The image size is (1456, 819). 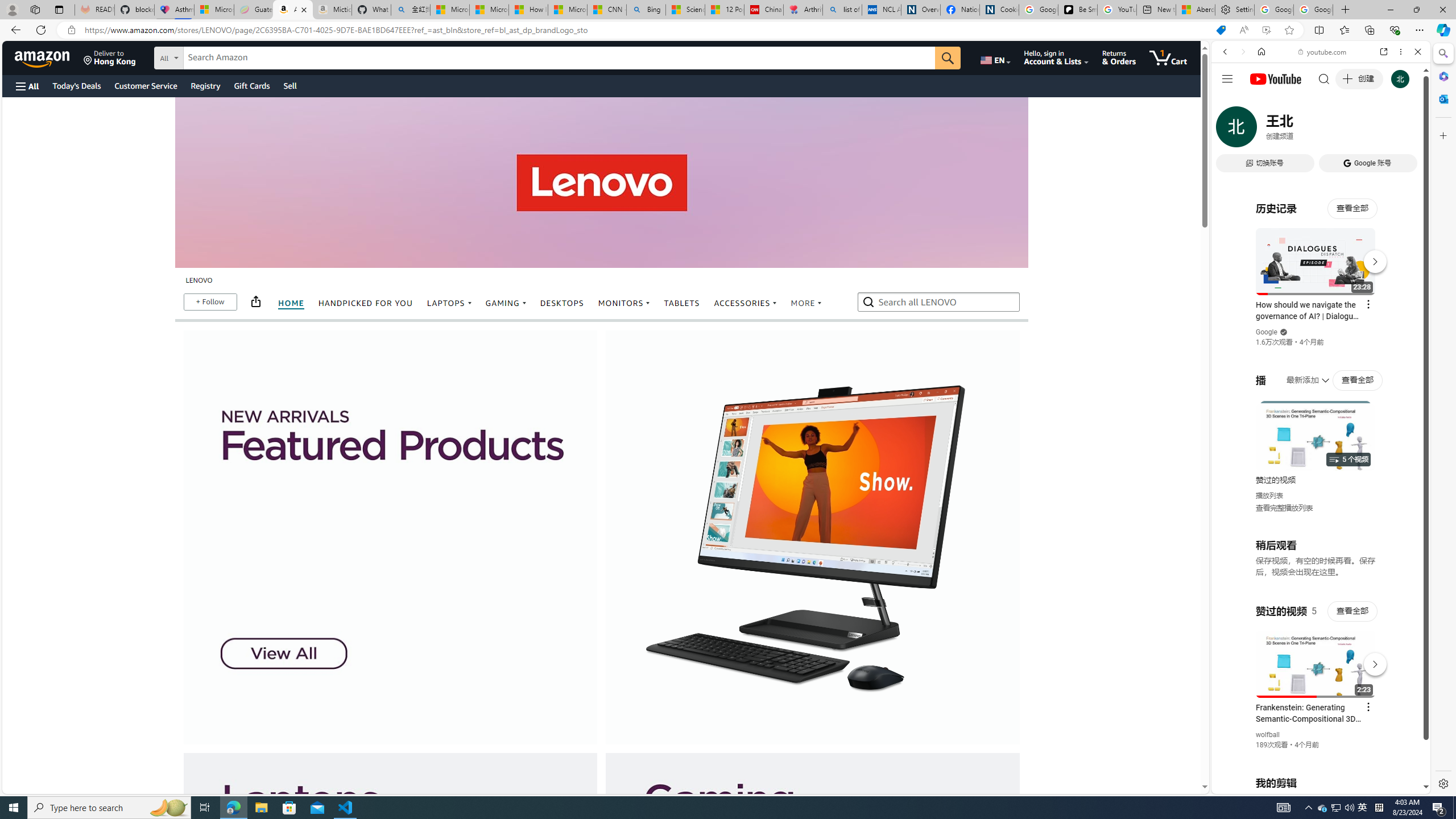 What do you see at coordinates (109, 57) in the screenshot?
I see `'Deliver to Hong Kong'` at bounding box center [109, 57].